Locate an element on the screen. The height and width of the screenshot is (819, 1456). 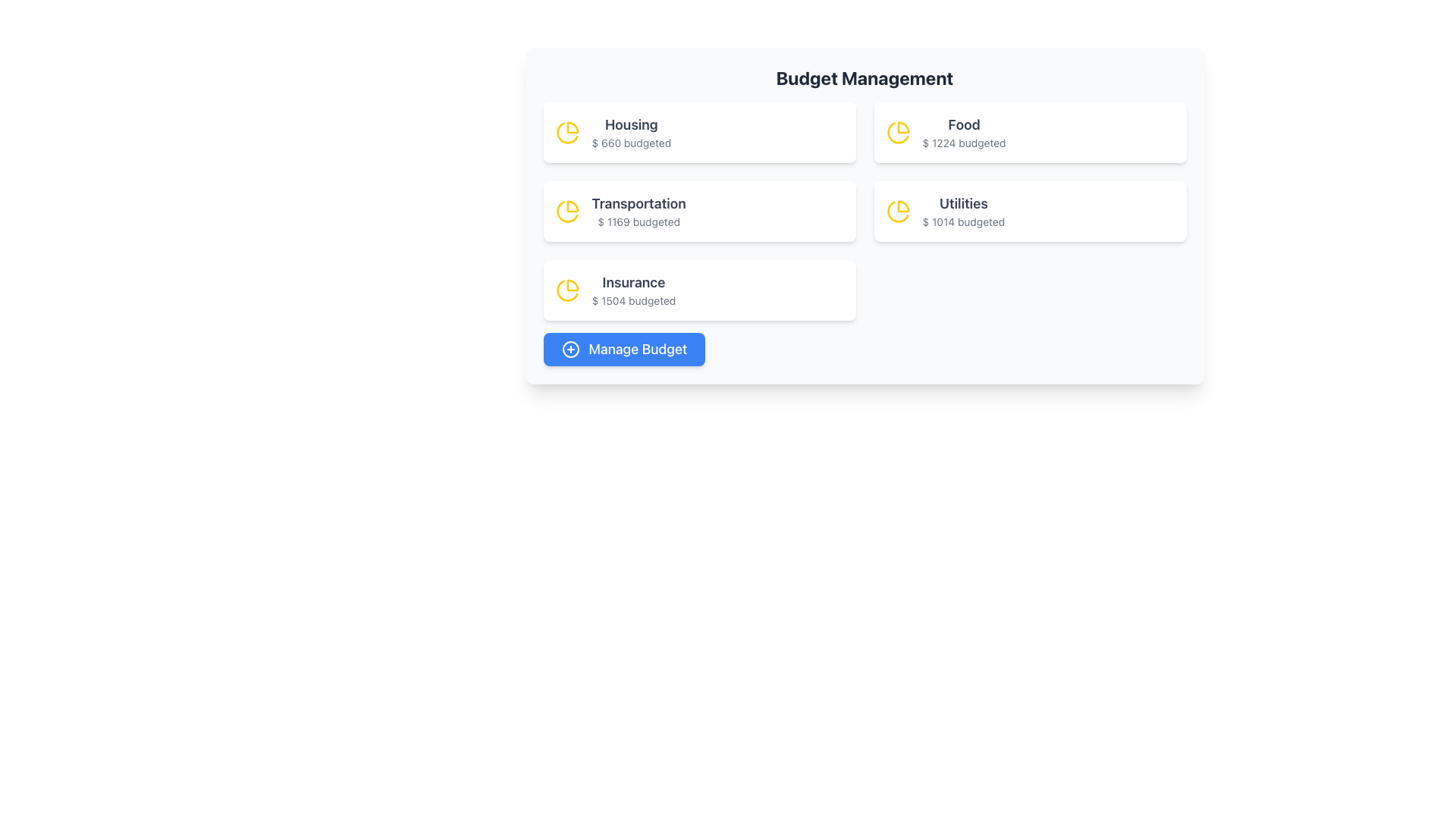
second pie-chart slice shape, which is yellow and part of the Housing entry in the budget management panel, using developer tools is located at coordinates (566, 132).